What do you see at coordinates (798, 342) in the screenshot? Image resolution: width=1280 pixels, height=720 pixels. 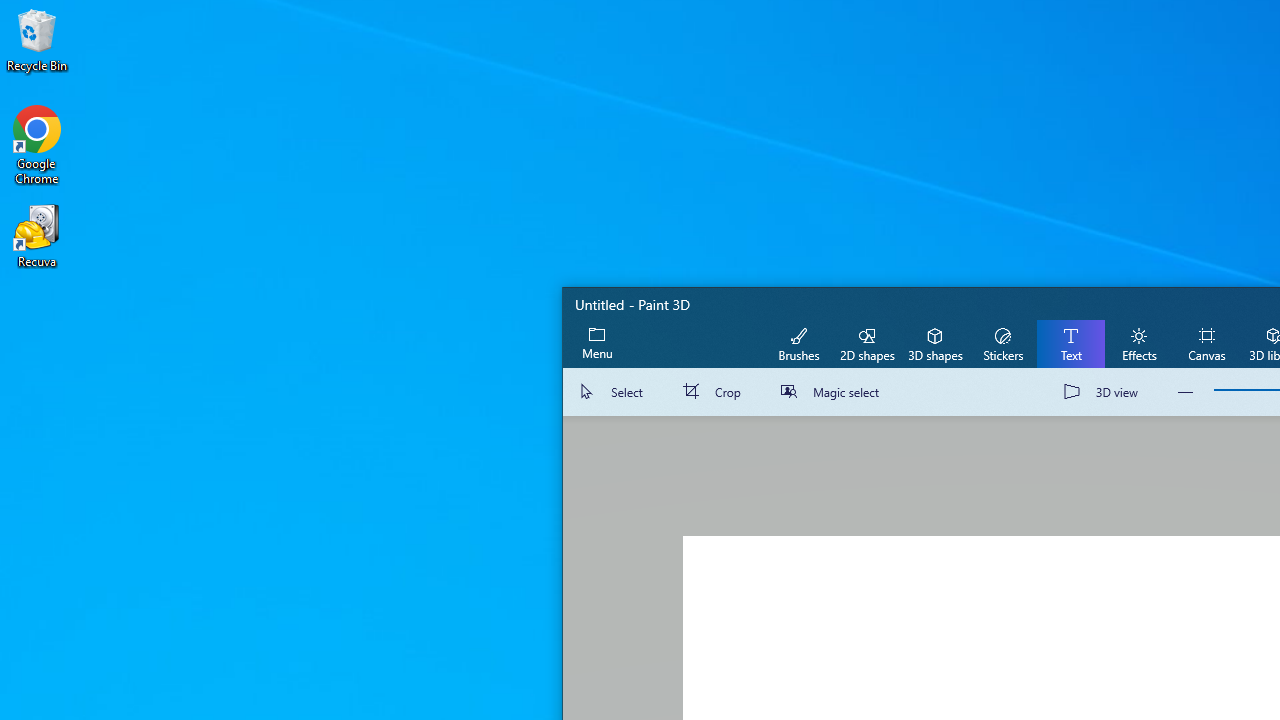 I see `'Brushes'` at bounding box center [798, 342].